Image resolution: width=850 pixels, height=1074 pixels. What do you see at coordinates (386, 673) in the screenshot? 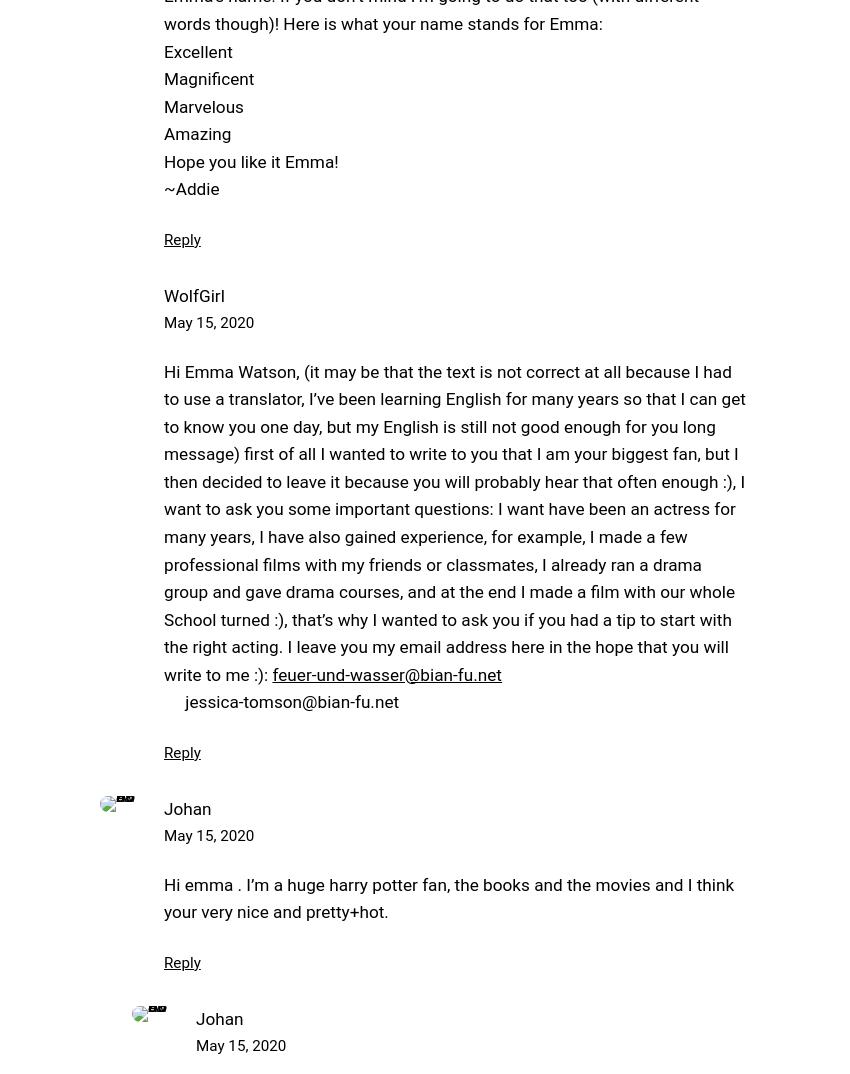
I see `'feuer-und-wasser@bian-fu.net'` at bounding box center [386, 673].